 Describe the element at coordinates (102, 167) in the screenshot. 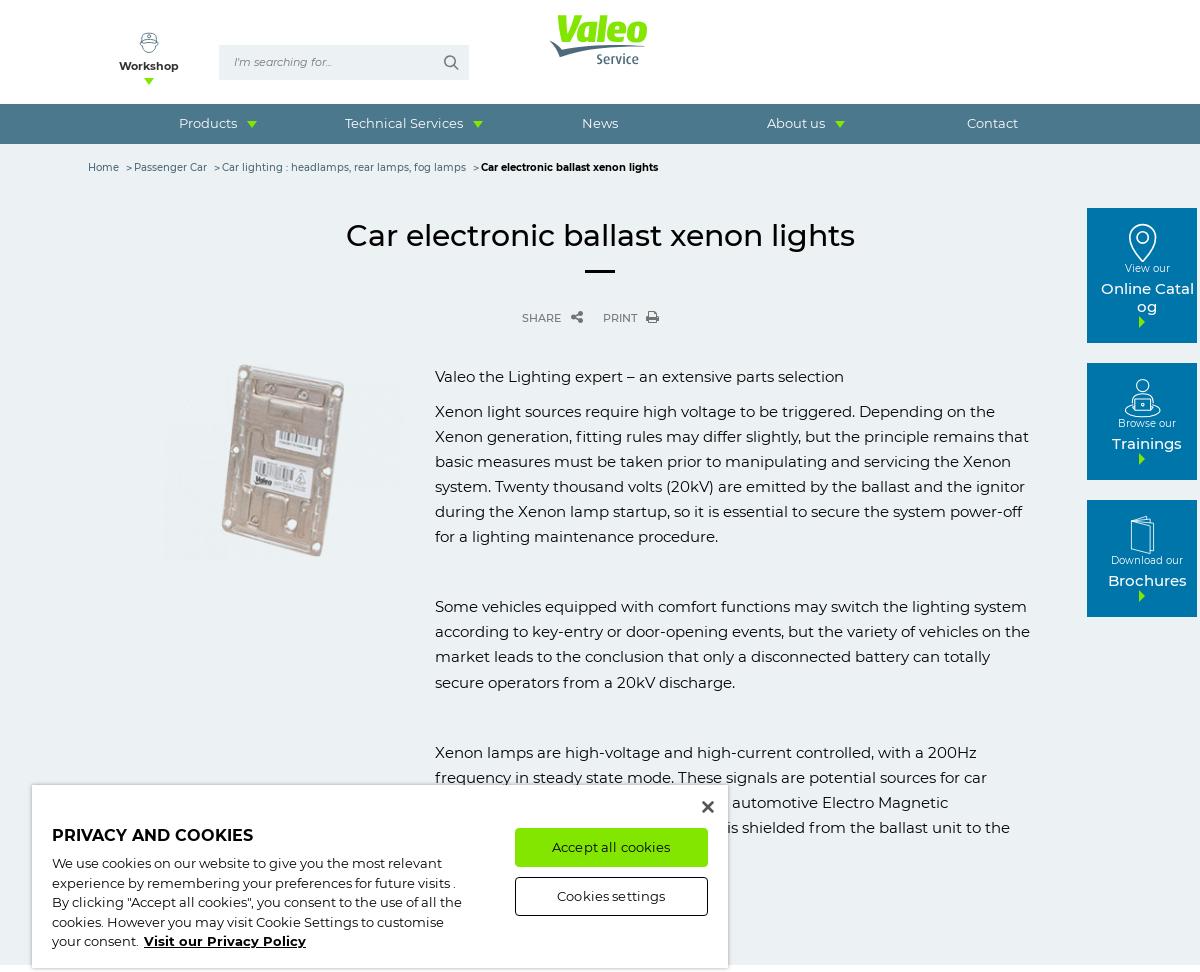

I see `'Home'` at that location.